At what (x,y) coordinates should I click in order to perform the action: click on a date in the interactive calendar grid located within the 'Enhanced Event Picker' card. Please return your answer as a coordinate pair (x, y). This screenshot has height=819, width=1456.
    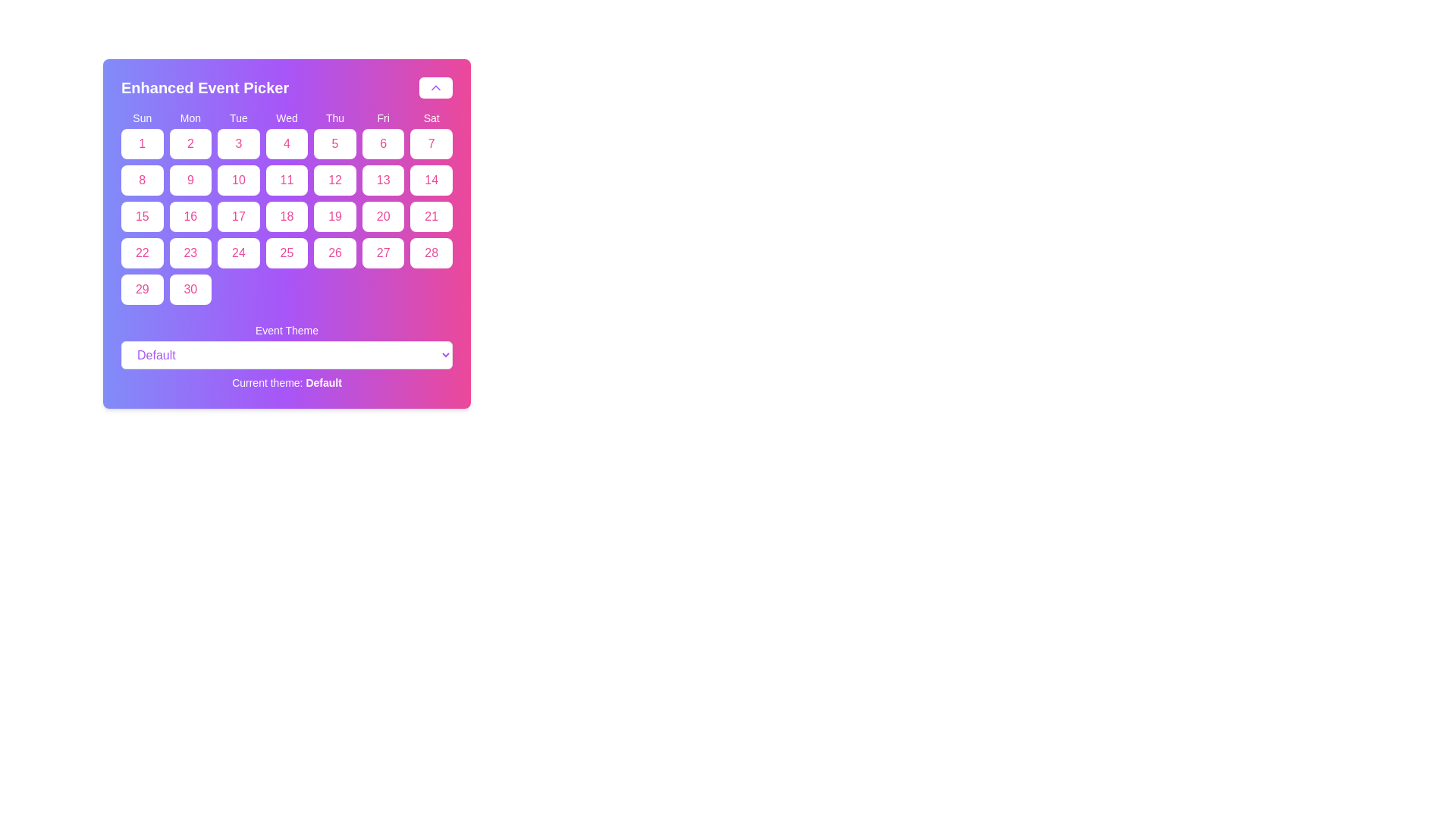
    Looking at the image, I should click on (287, 207).